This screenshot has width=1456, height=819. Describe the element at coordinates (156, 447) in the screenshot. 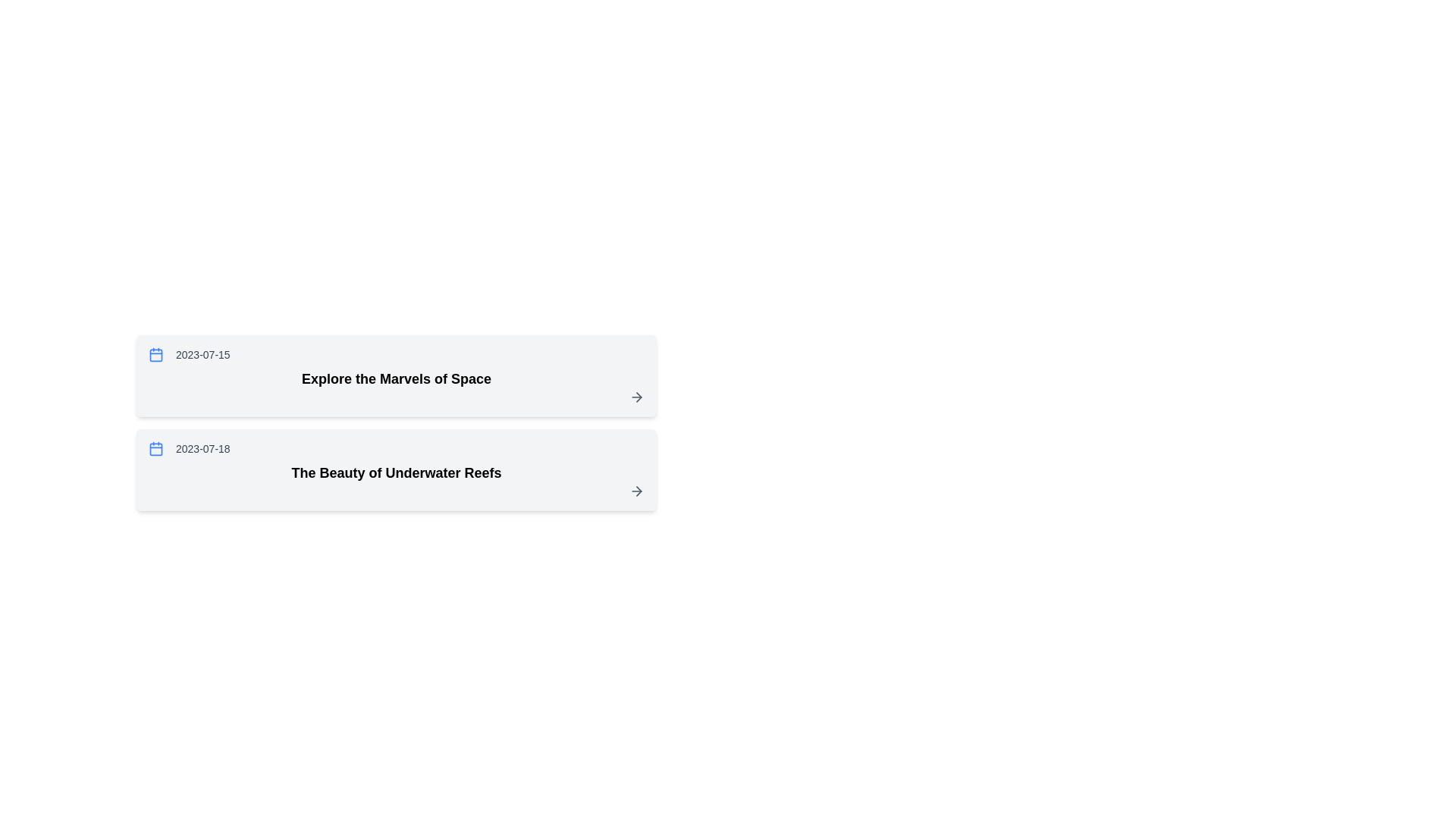

I see `the calendar icon with a blue outline, positioned to the left of the date text '2023-07-18'` at that location.